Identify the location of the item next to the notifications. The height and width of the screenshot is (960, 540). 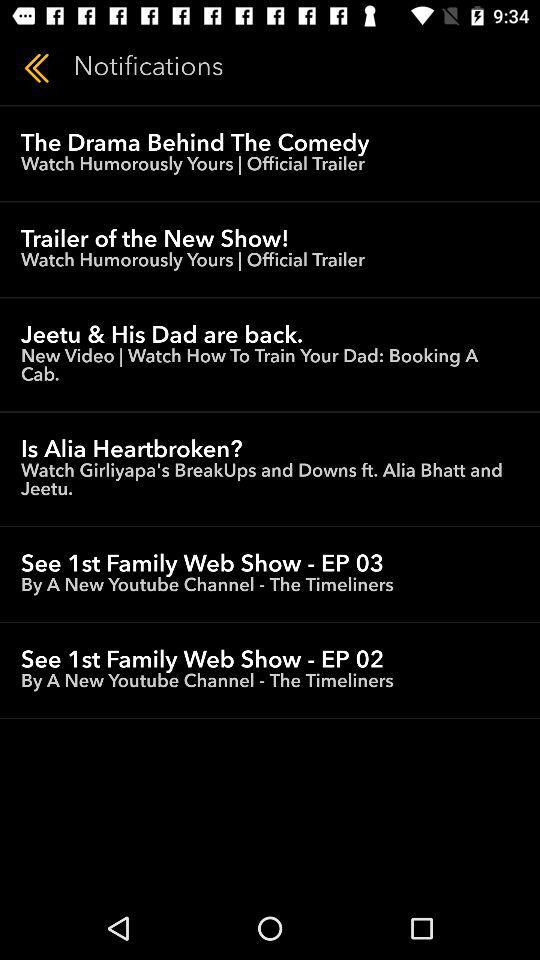
(36, 68).